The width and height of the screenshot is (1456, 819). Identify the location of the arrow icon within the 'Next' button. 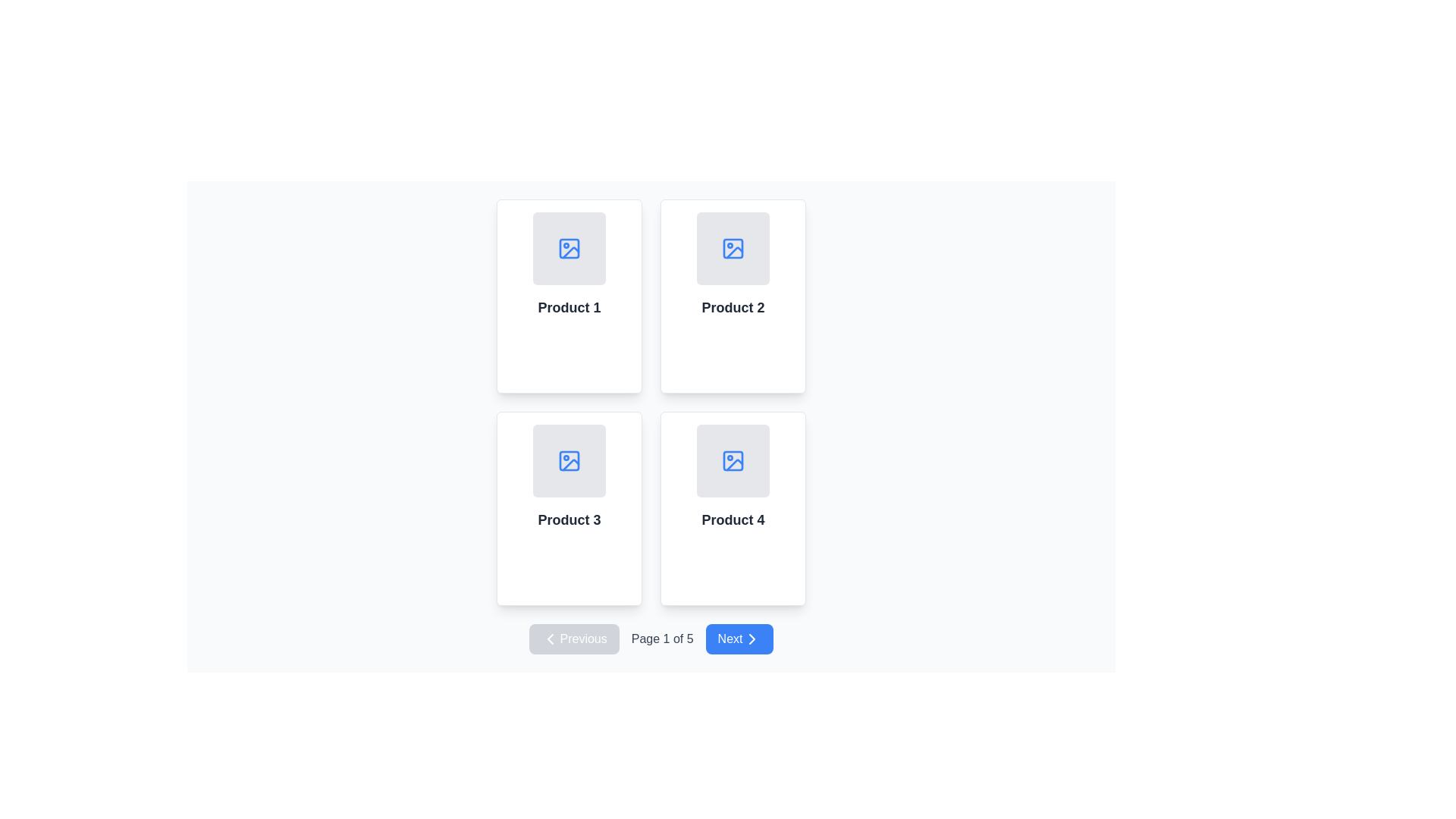
(752, 639).